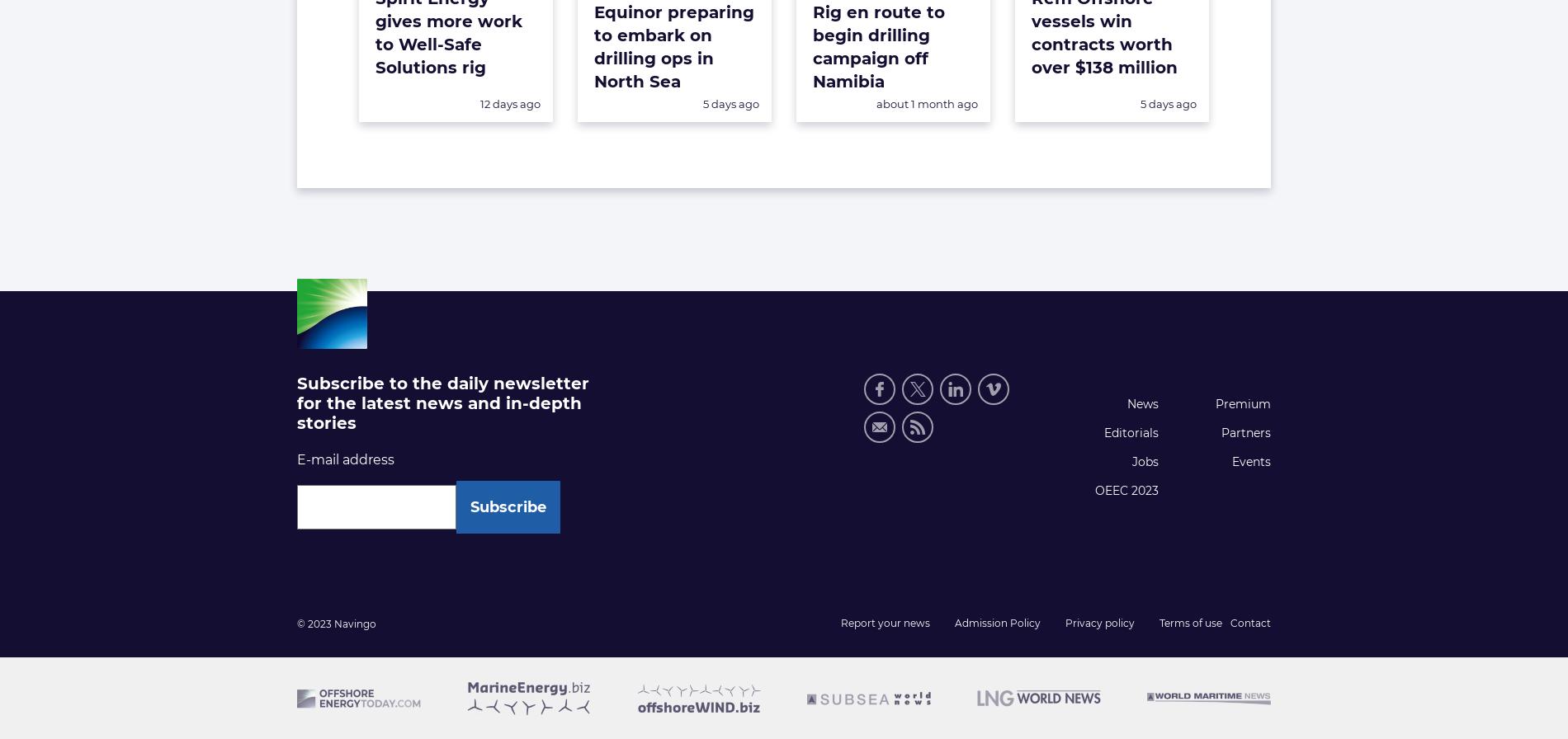 This screenshot has height=739, width=1568. I want to click on 'Report your news', so click(840, 622).